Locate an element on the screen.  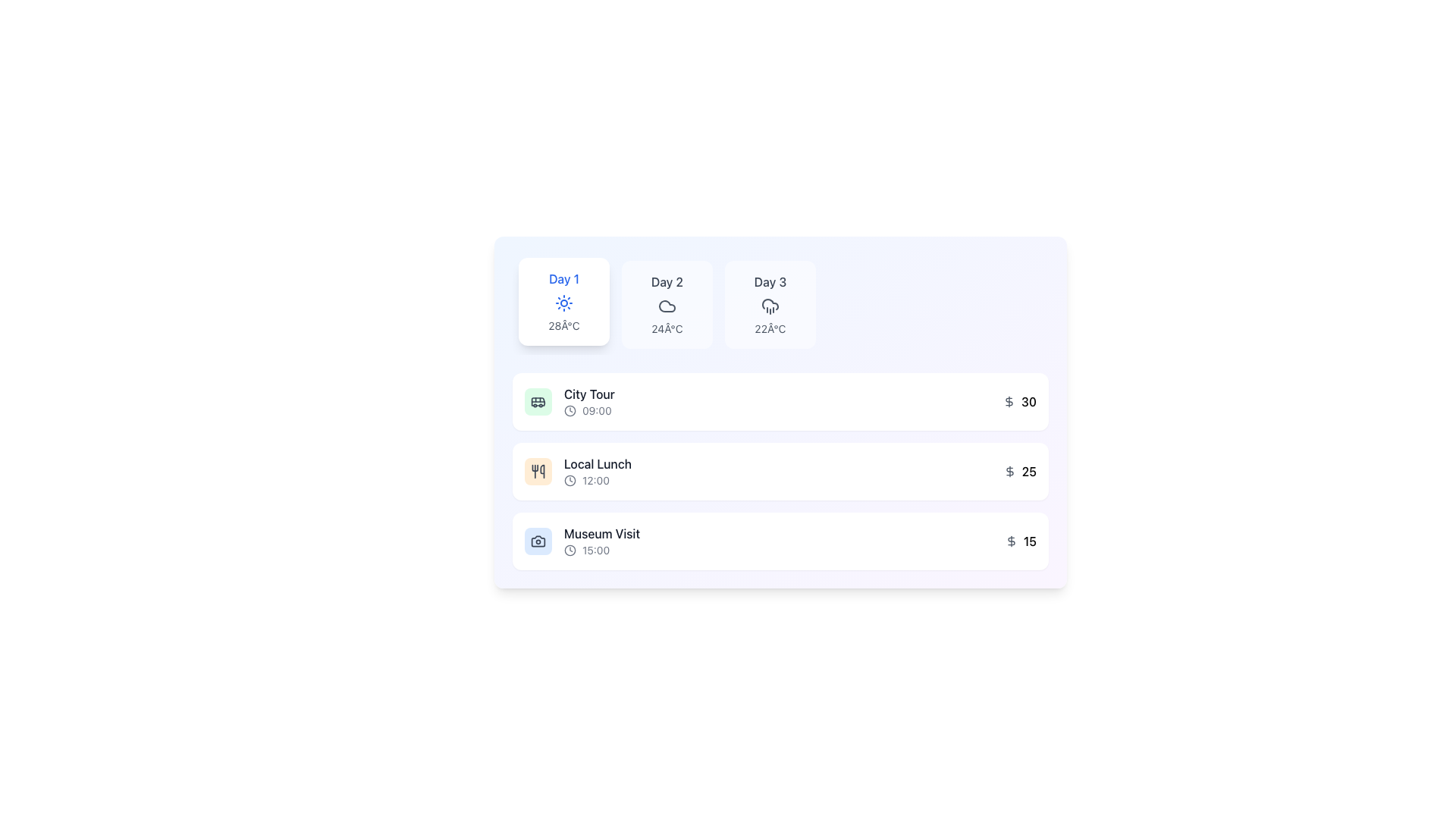
the 'Local Lunch' text label in the itinerary list, which is positioned between 'City Tour' and 'Museum Visit', and above a smaller label showing '12:00' is located at coordinates (597, 463).